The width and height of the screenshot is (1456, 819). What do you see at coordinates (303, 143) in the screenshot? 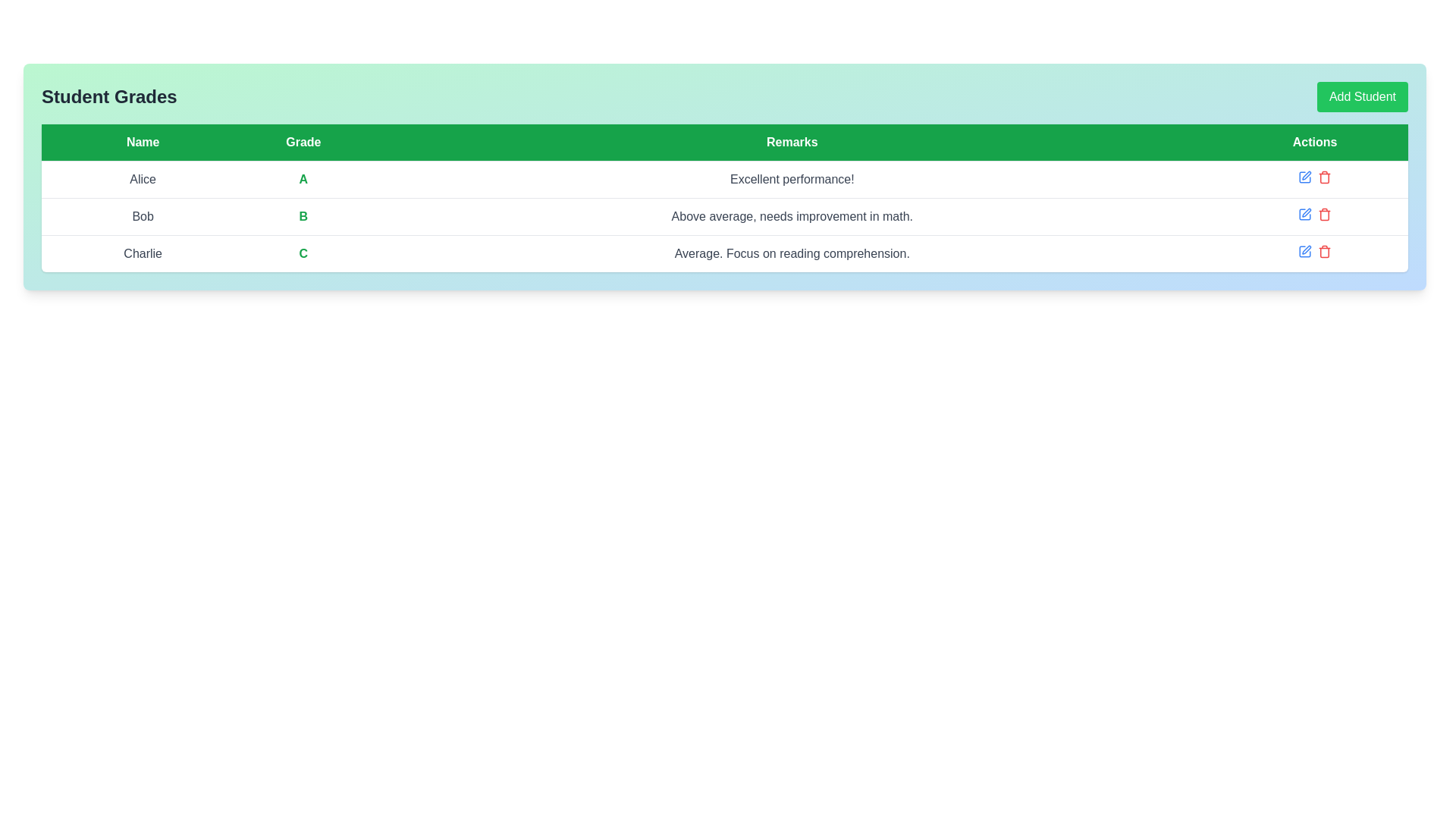
I see `the 'Grade' column header in the table, which is the second column header positioned between 'Name' and 'Remarks'` at bounding box center [303, 143].